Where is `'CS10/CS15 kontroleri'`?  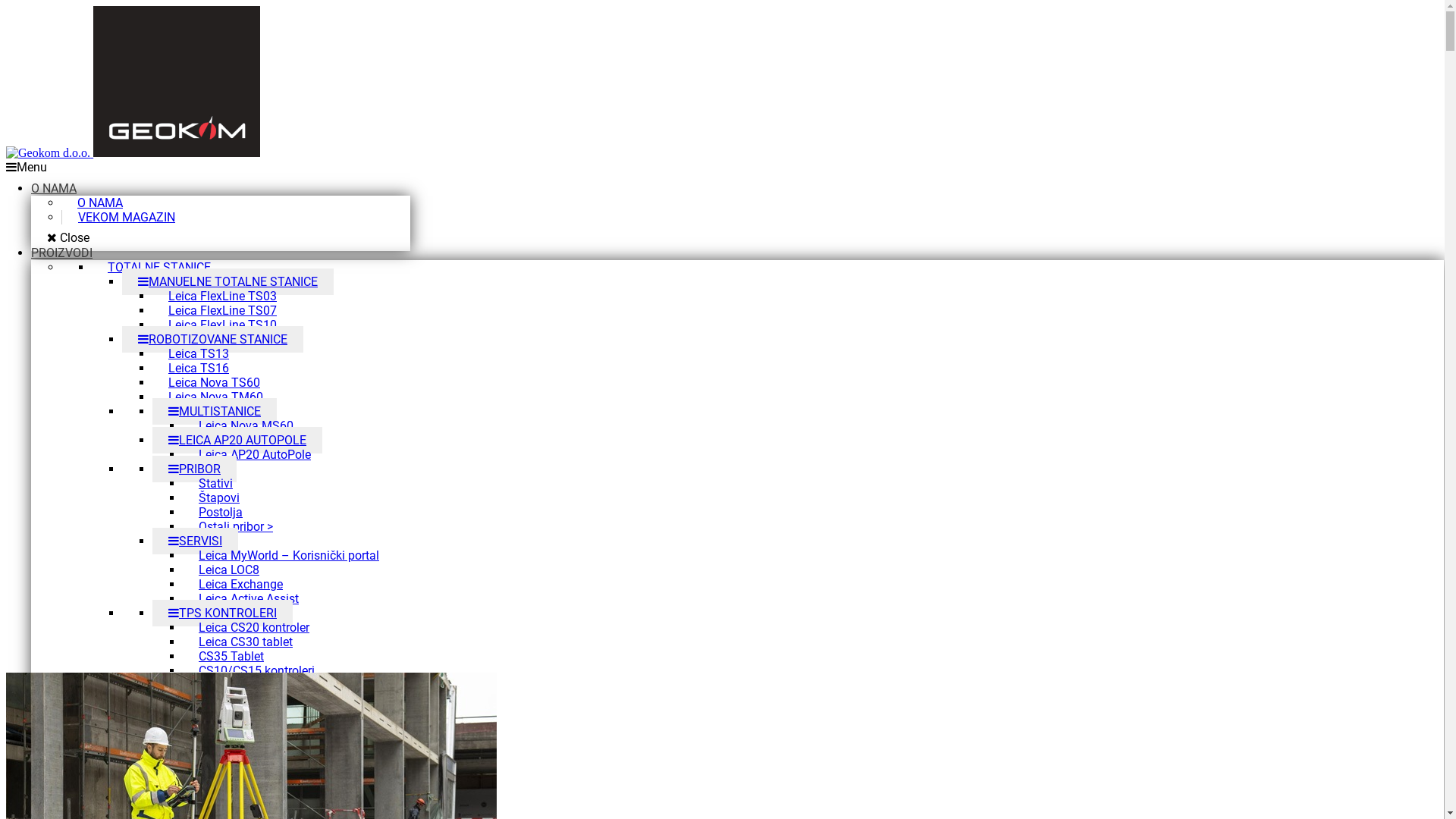 'CS10/CS15 kontroleri' is located at coordinates (256, 670).